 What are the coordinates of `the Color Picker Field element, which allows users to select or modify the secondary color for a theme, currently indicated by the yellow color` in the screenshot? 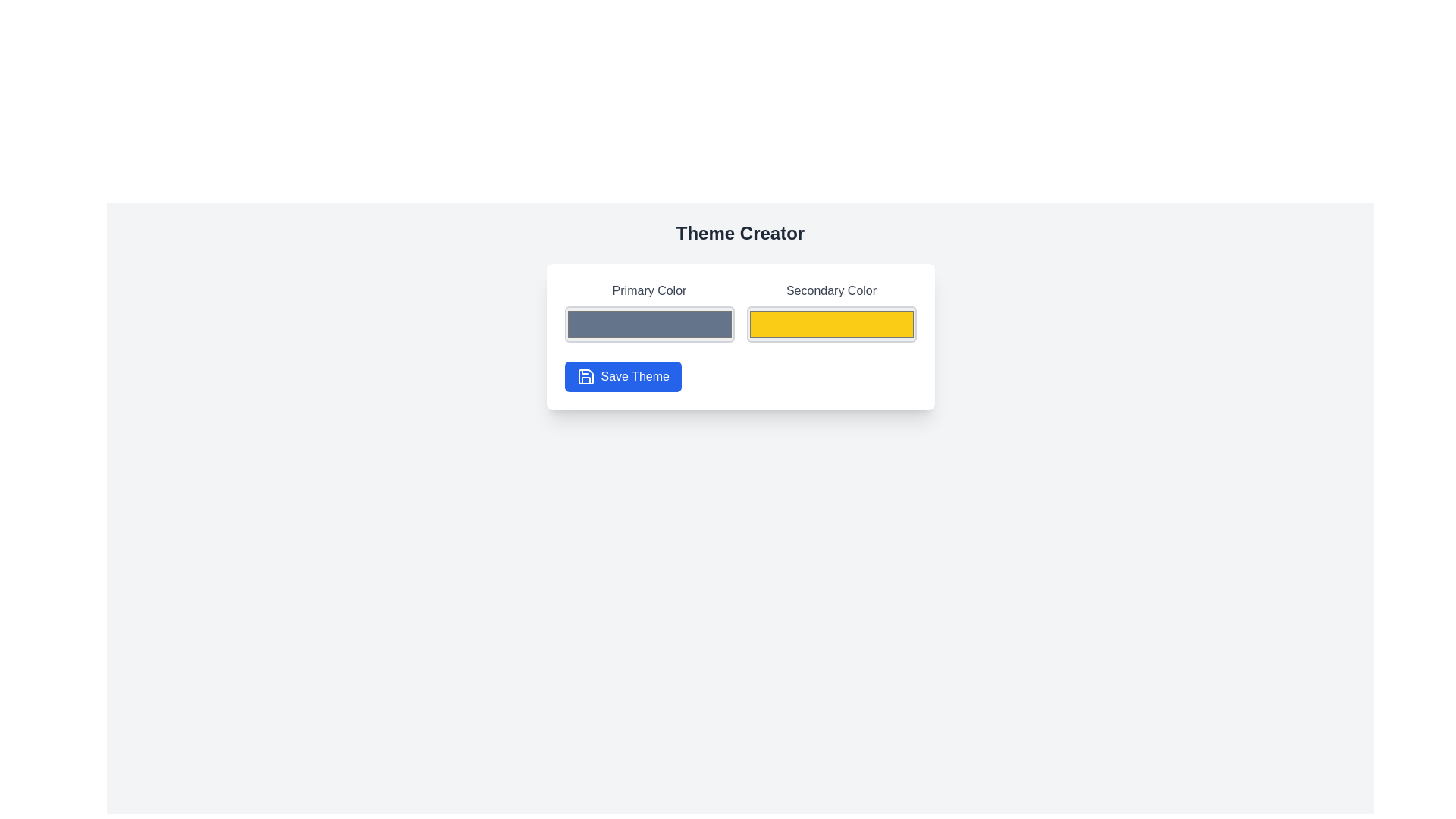 It's located at (830, 324).